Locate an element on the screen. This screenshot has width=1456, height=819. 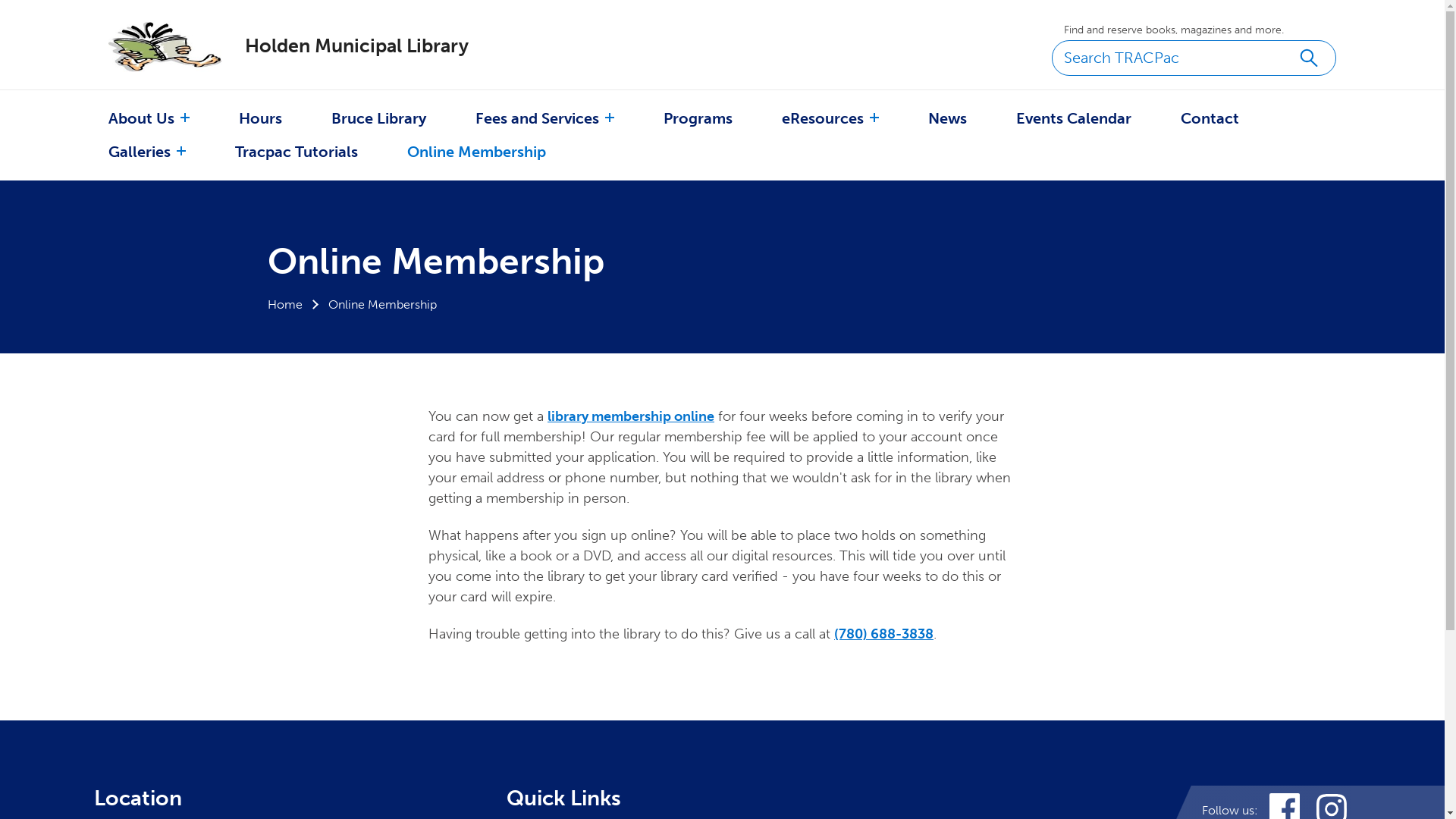
'Events Calendar' is located at coordinates (1073, 117).